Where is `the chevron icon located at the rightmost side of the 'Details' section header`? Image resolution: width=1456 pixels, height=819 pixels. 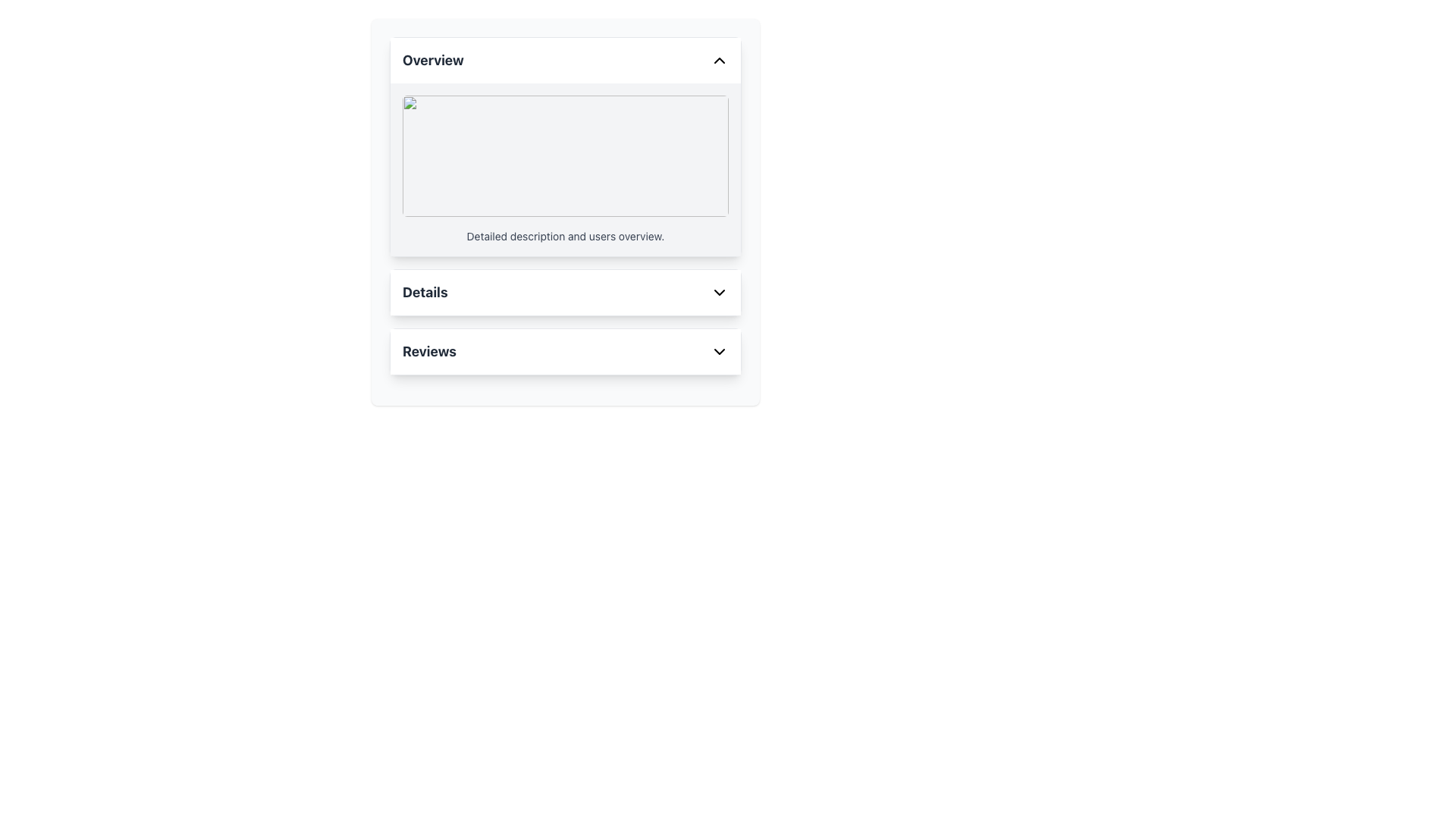
the chevron icon located at the rightmost side of the 'Details' section header is located at coordinates (719, 292).